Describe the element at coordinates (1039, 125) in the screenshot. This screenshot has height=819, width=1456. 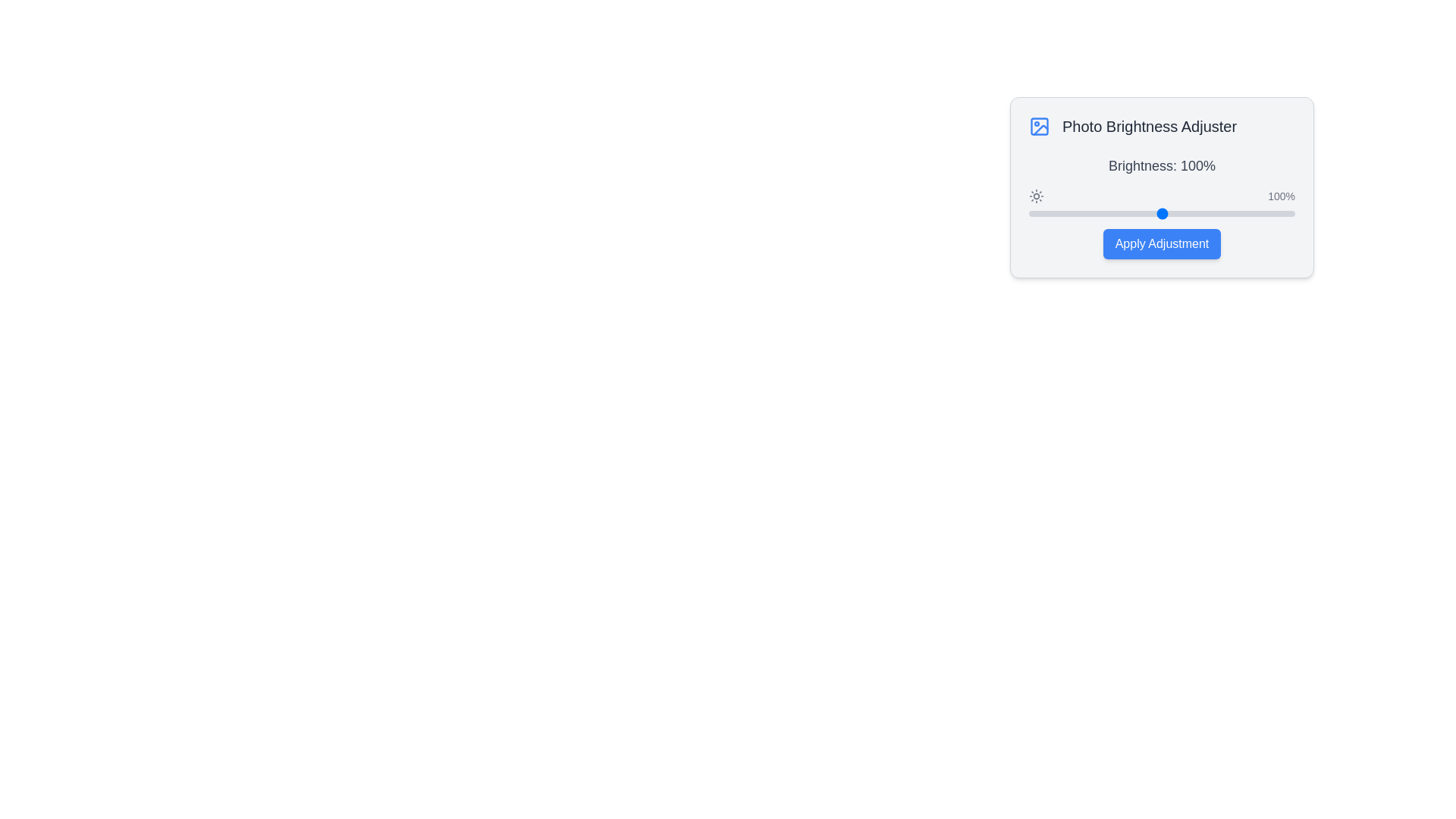
I see `icon at the top-left corner of the component` at that location.